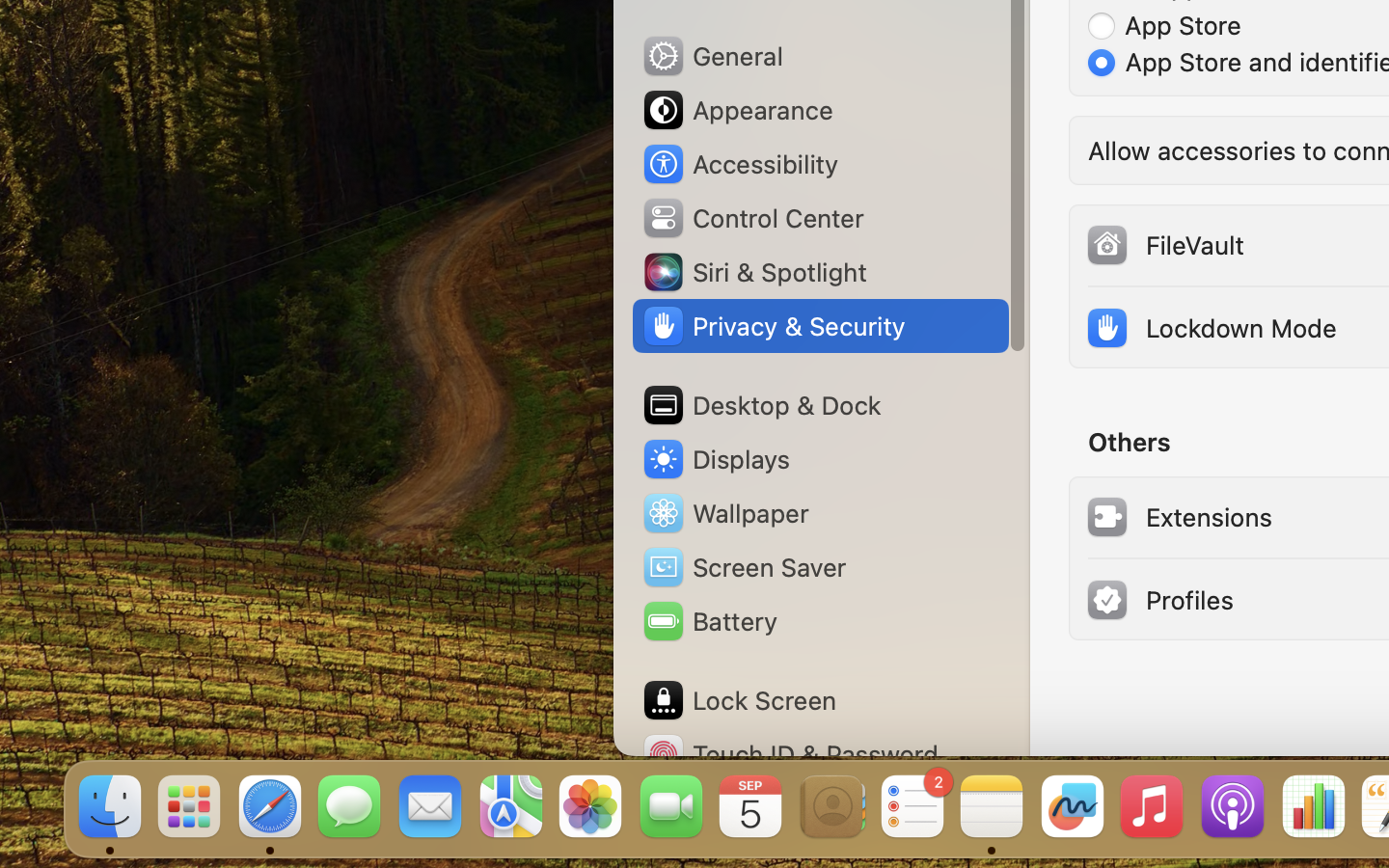  I want to click on 'Battery', so click(707, 621).